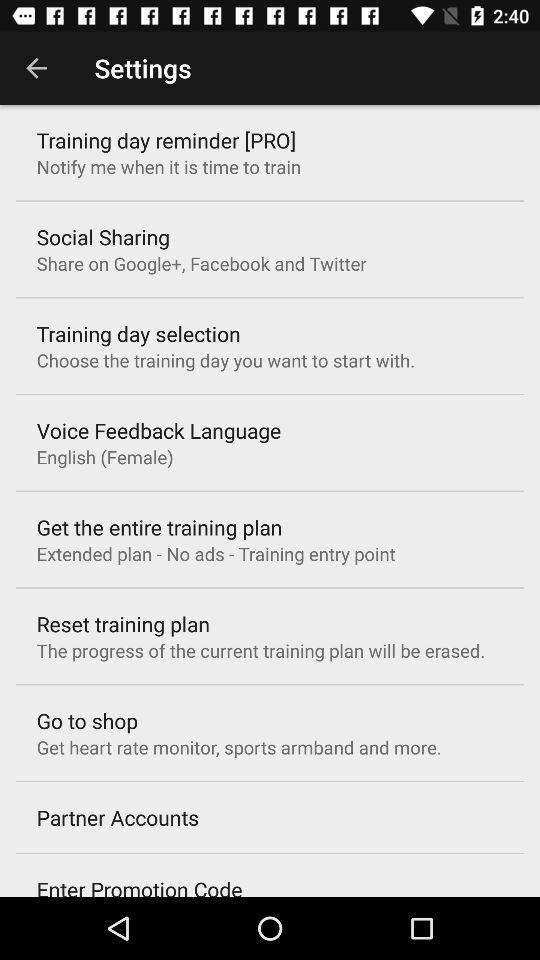 This screenshot has width=540, height=960. I want to click on partner accounts item, so click(117, 817).